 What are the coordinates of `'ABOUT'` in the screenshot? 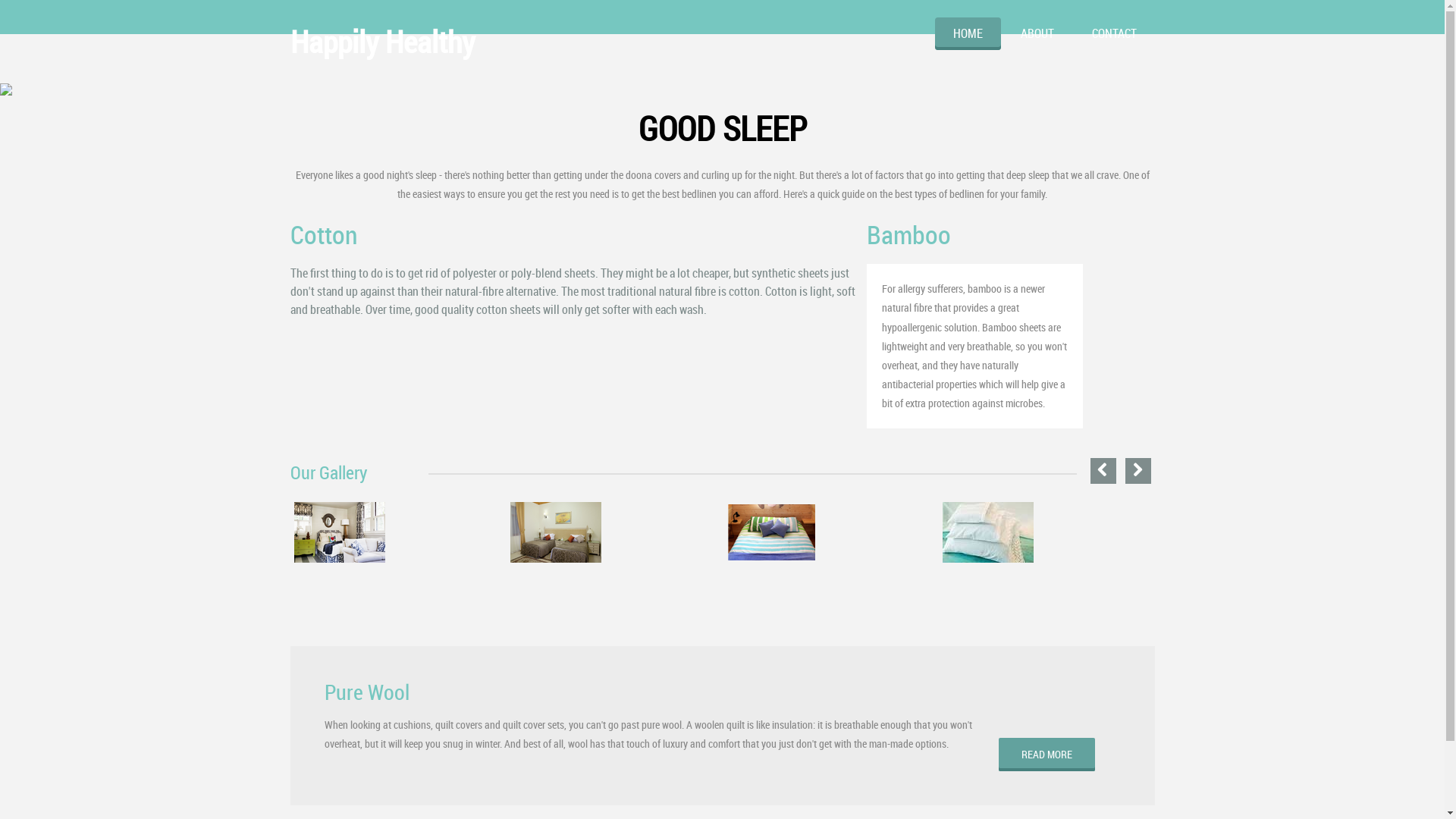 It's located at (1037, 33).